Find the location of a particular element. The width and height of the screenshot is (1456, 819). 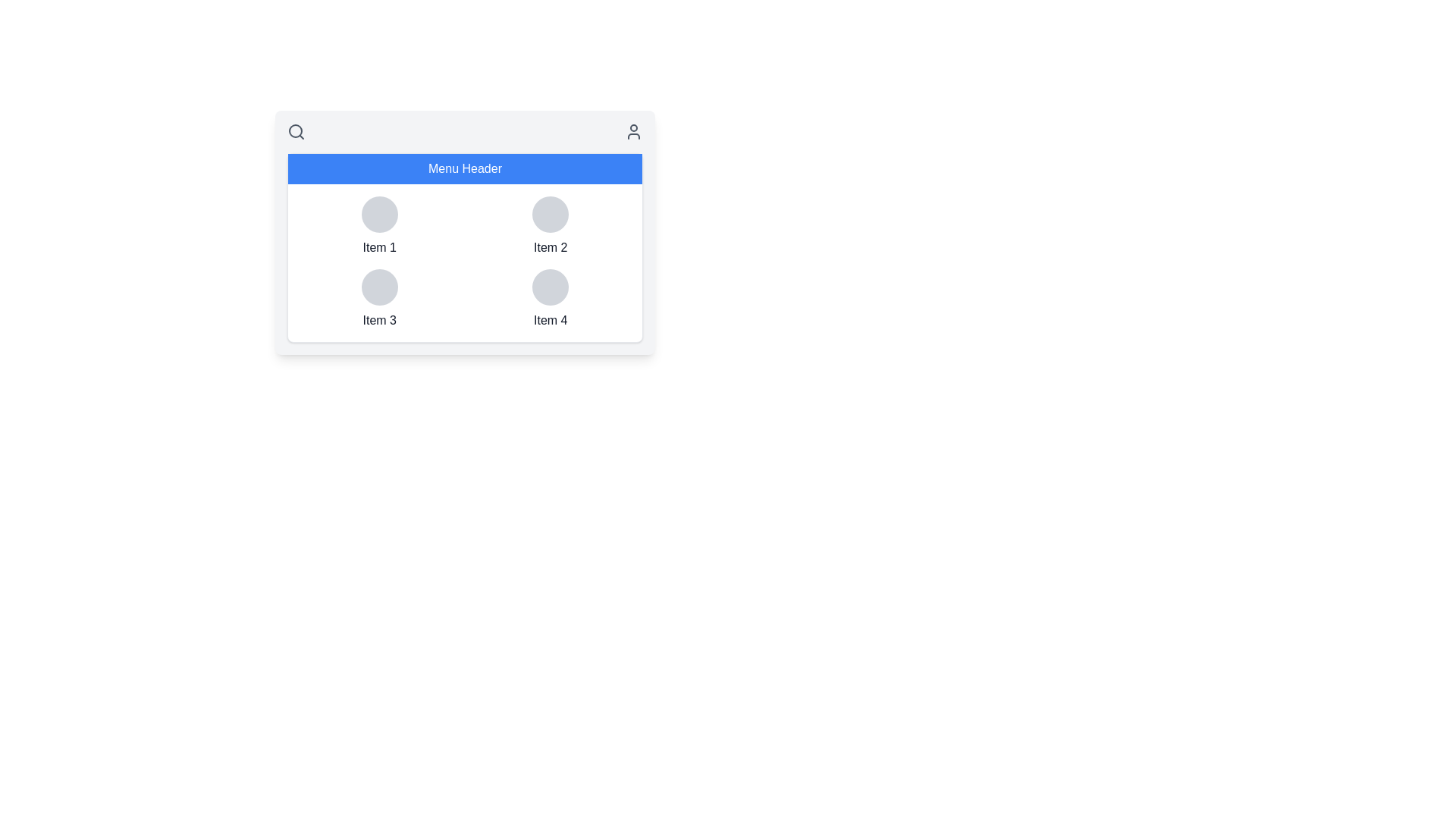

the third item in the grid structure, which serves as a visual indicator or selection option is located at coordinates (379, 299).